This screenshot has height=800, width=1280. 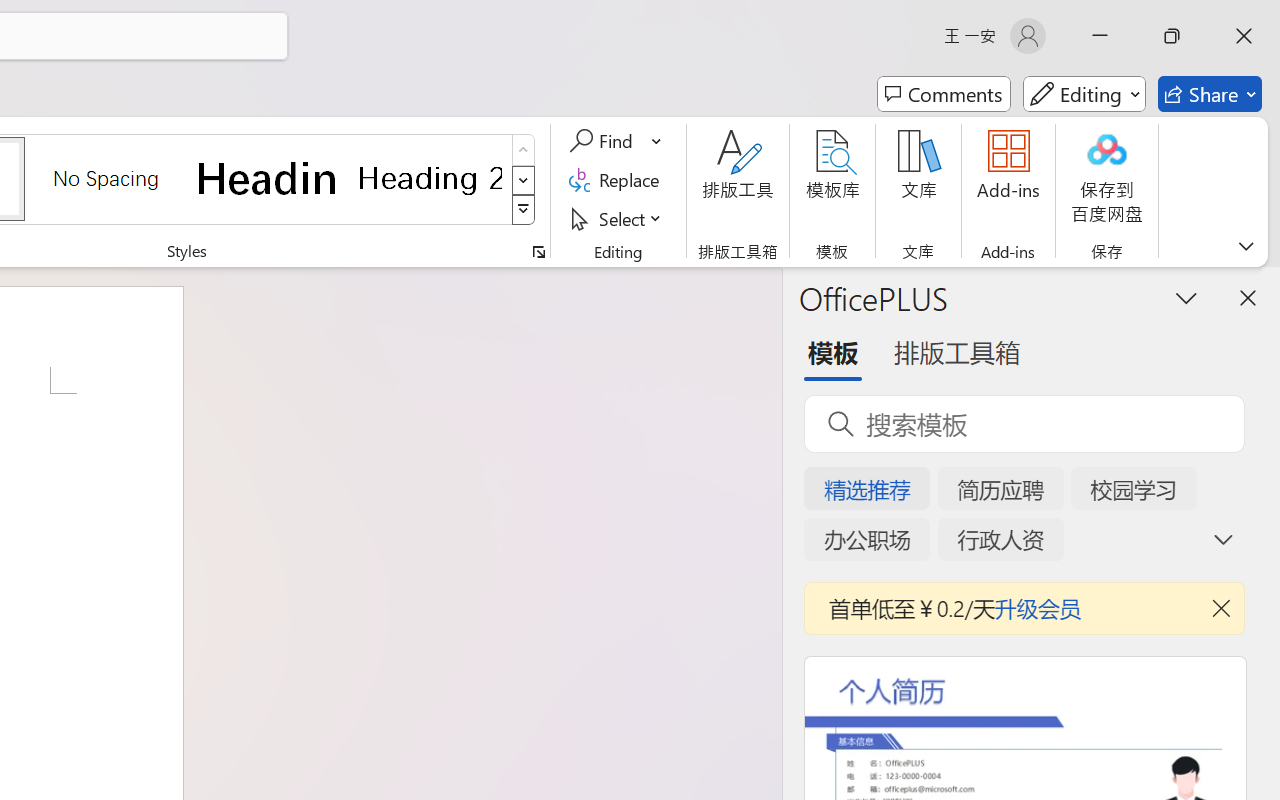 What do you see at coordinates (1187, 297) in the screenshot?
I see `'Task Pane Options'` at bounding box center [1187, 297].